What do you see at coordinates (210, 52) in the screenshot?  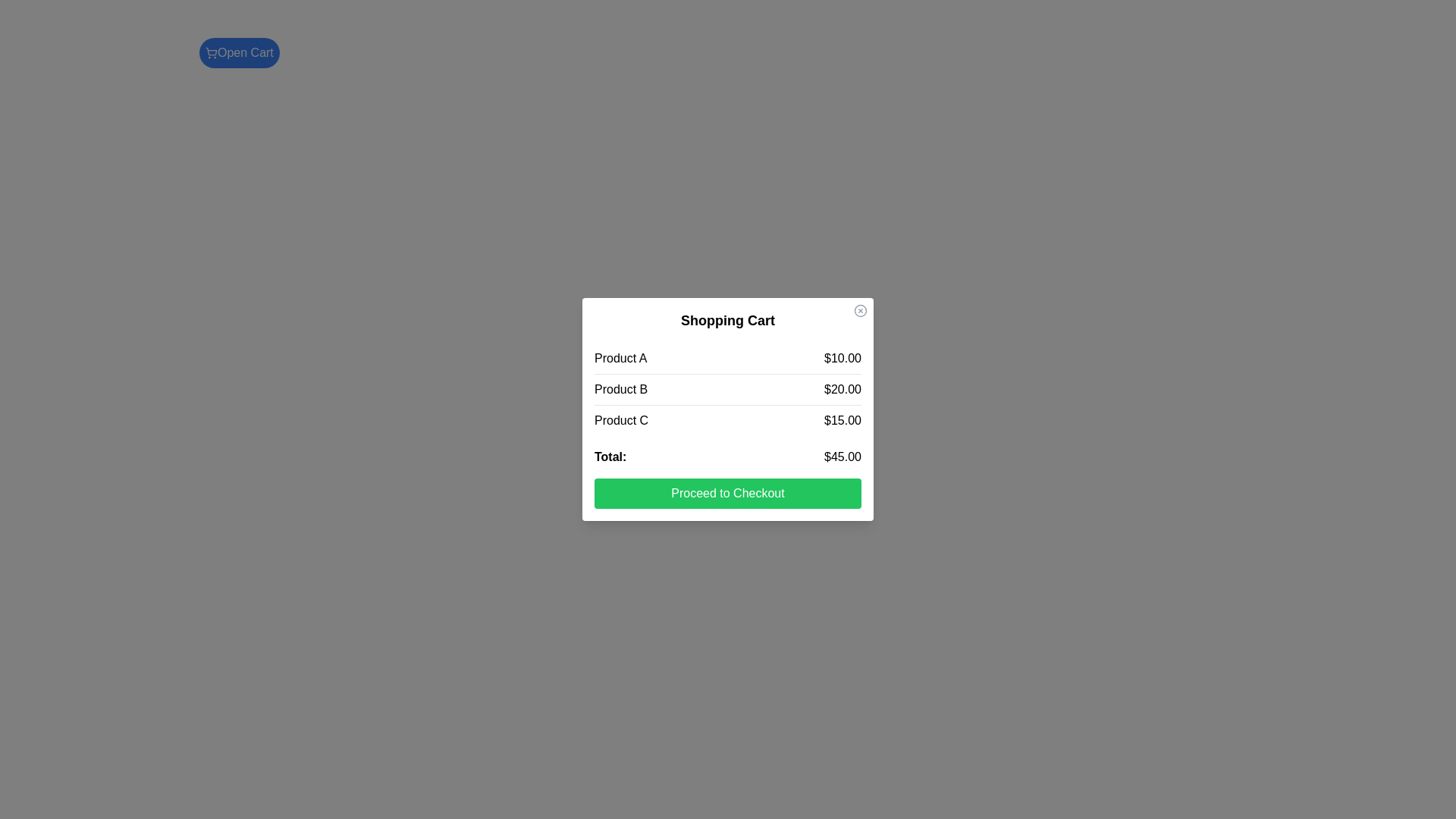 I see `the shopping cart SVG icon within the 'Open Cart' button` at bounding box center [210, 52].